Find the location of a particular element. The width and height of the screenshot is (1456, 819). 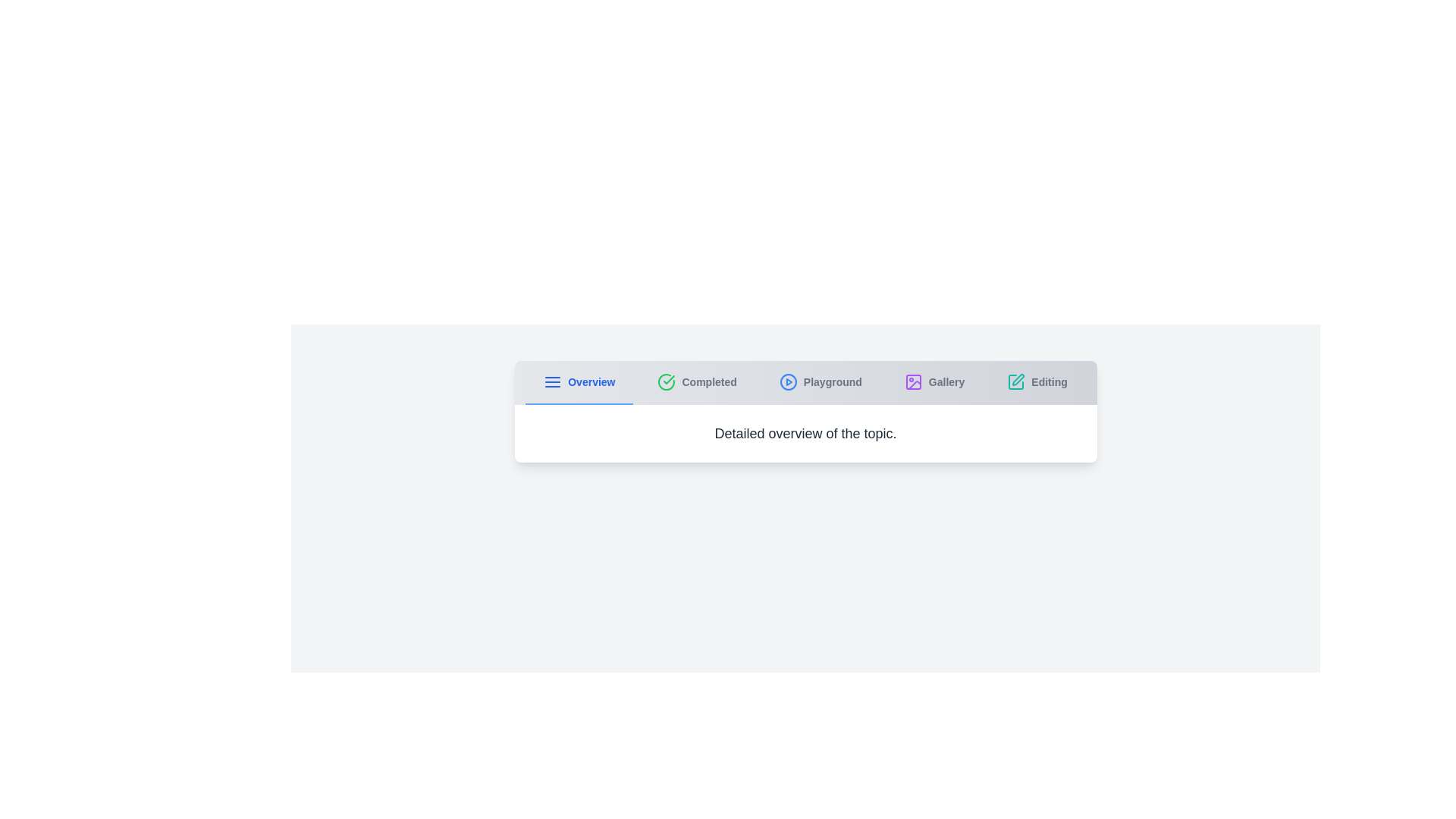

the tab labeled 'Playground' to view its content is located at coordinates (820, 382).